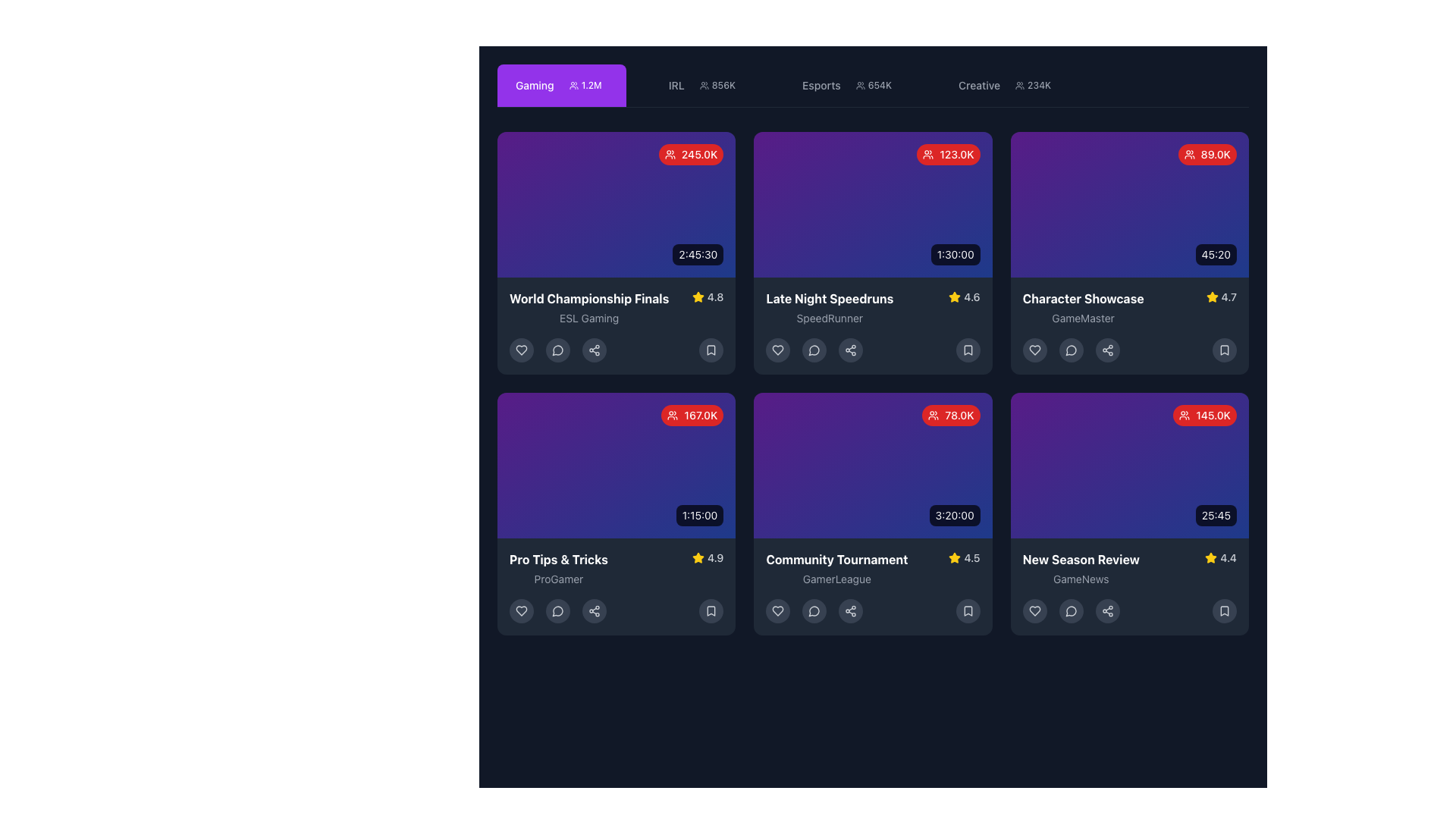  What do you see at coordinates (873, 205) in the screenshot?
I see `audience count displayed in the preview area of the 'Late Night Speedruns' card, which is located in the top row, second column of the grid layout` at bounding box center [873, 205].